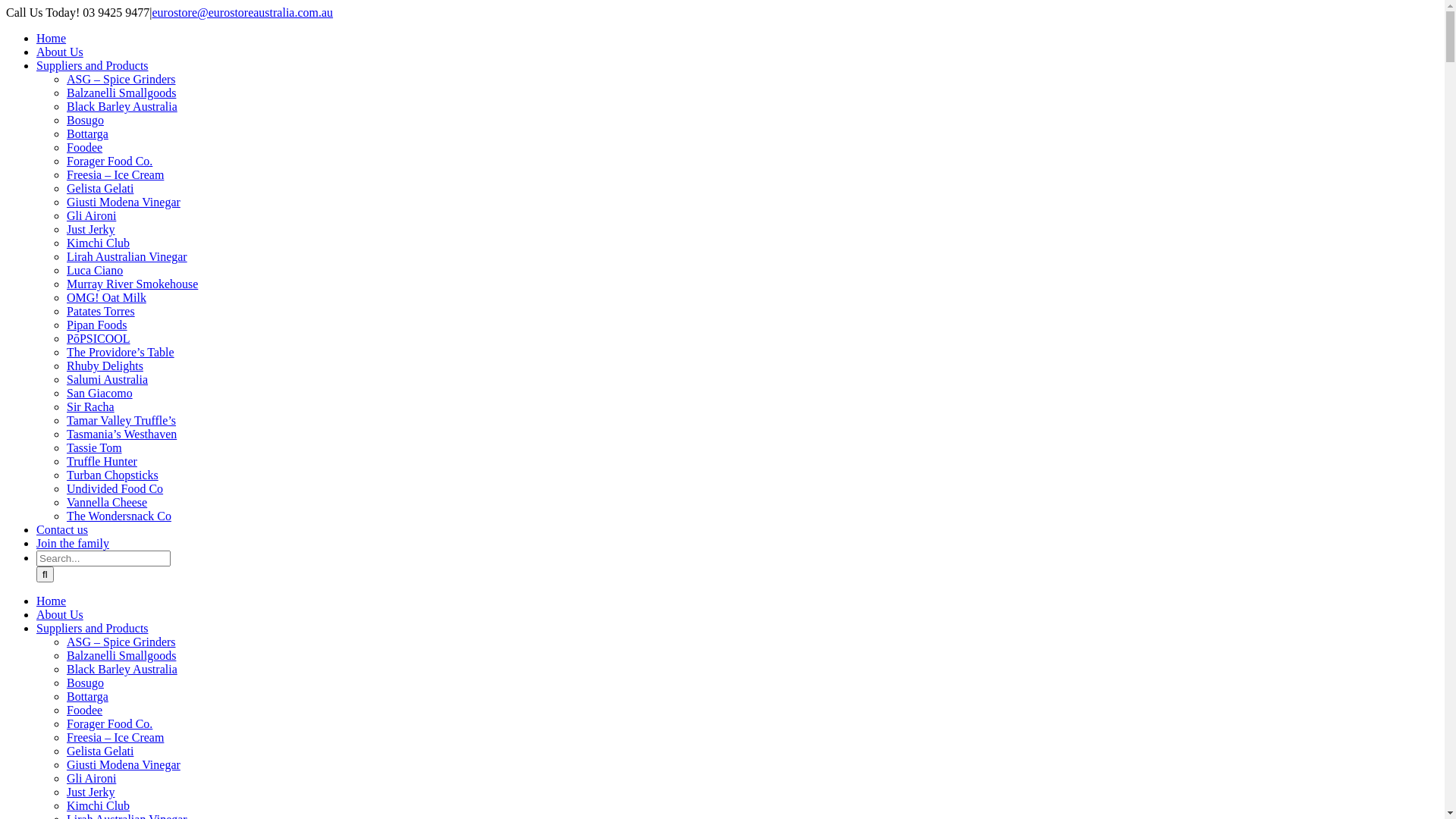  I want to click on 'Rhuby Delights', so click(104, 366).